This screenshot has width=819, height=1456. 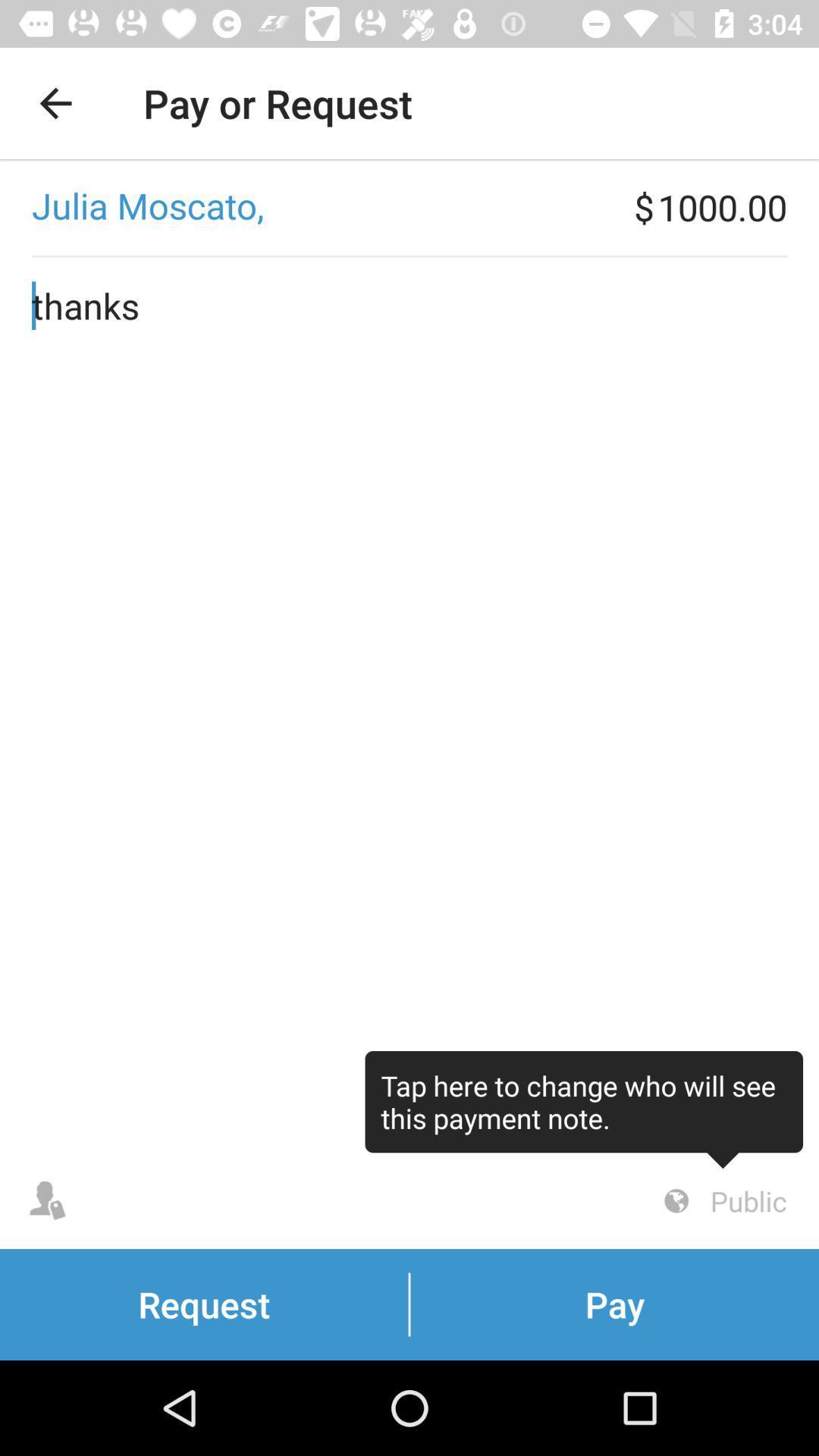 I want to click on the item to the left of the $ icon, so click(x=316, y=206).